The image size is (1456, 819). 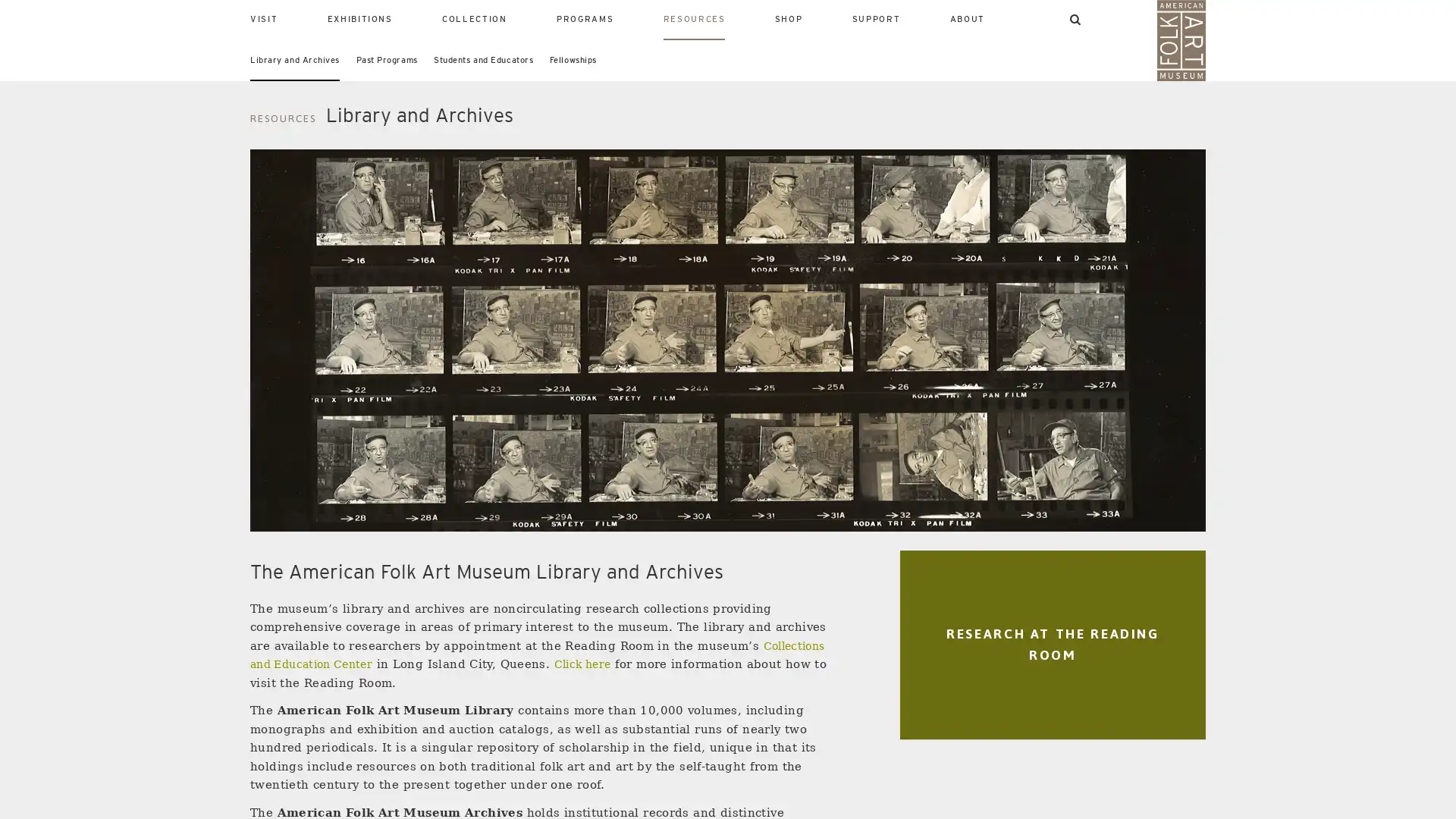 What do you see at coordinates (1166, 111) in the screenshot?
I see `SEARCH` at bounding box center [1166, 111].